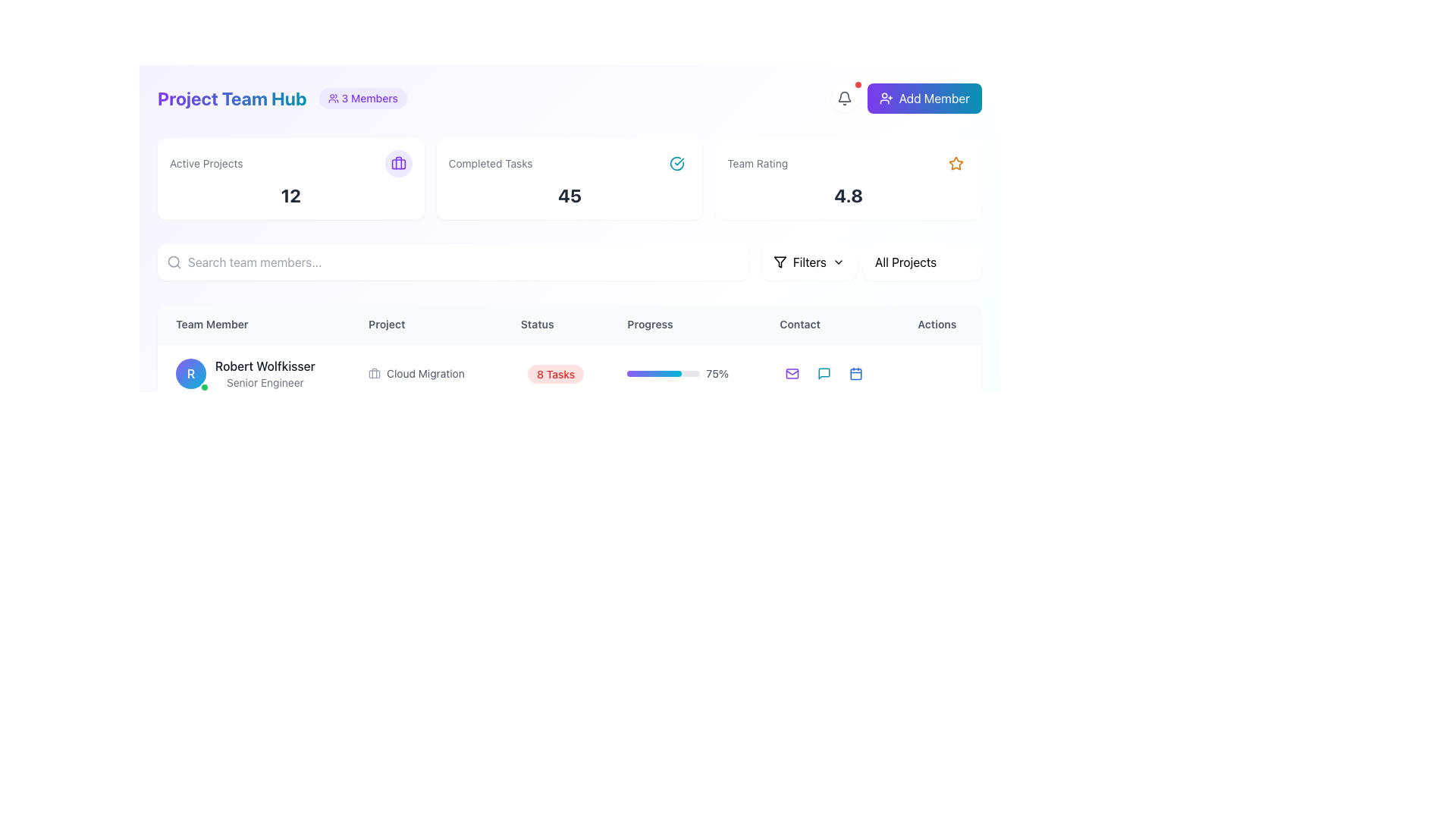  What do you see at coordinates (856, 431) in the screenshot?
I see `the rightmost button in a horizontal group of actions near the 'Contact' column in a data table` at bounding box center [856, 431].